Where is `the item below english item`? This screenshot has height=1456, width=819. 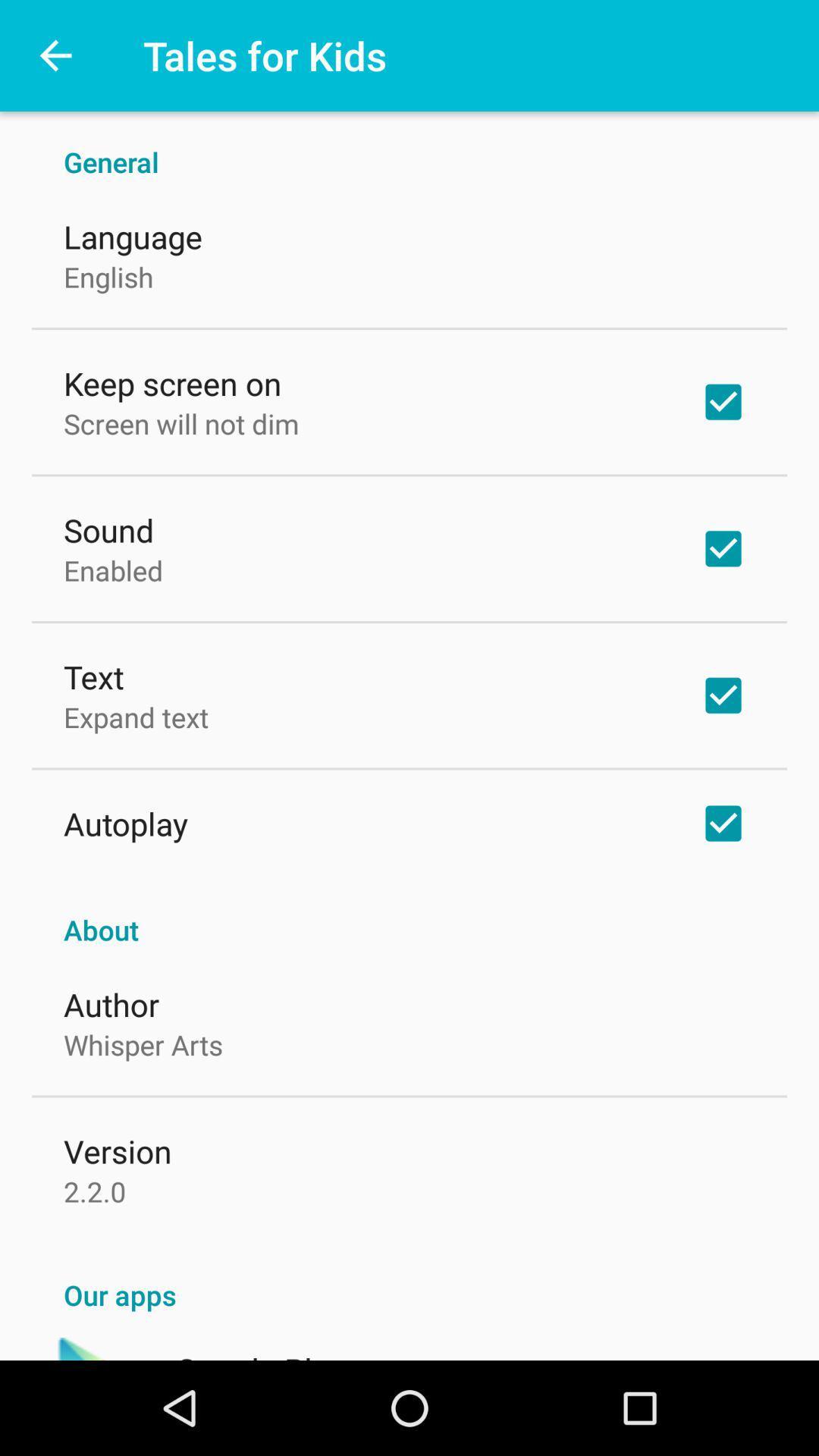 the item below english item is located at coordinates (171, 383).